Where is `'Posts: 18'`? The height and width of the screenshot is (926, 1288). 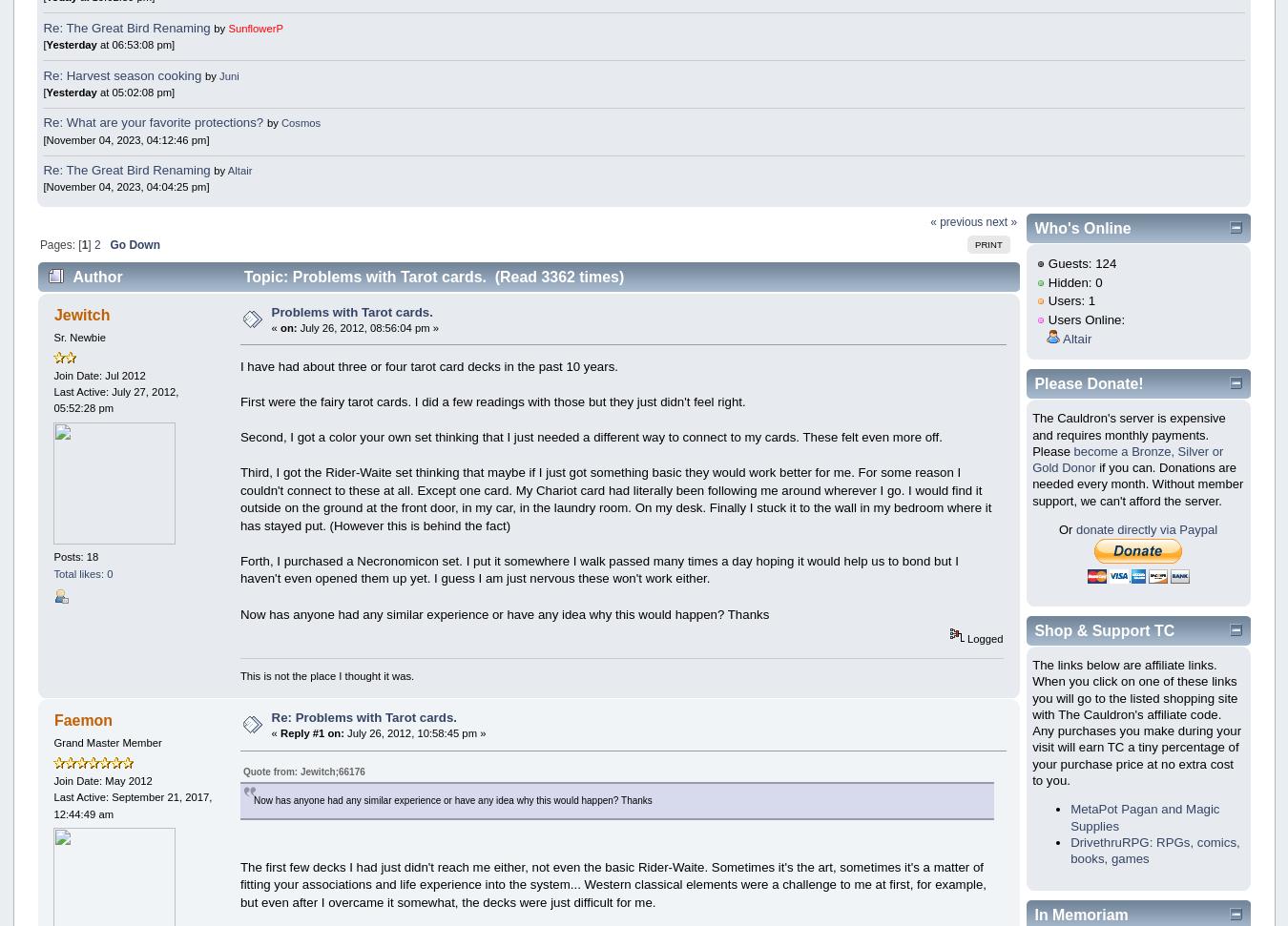
'Posts: 18' is located at coordinates (74, 556).